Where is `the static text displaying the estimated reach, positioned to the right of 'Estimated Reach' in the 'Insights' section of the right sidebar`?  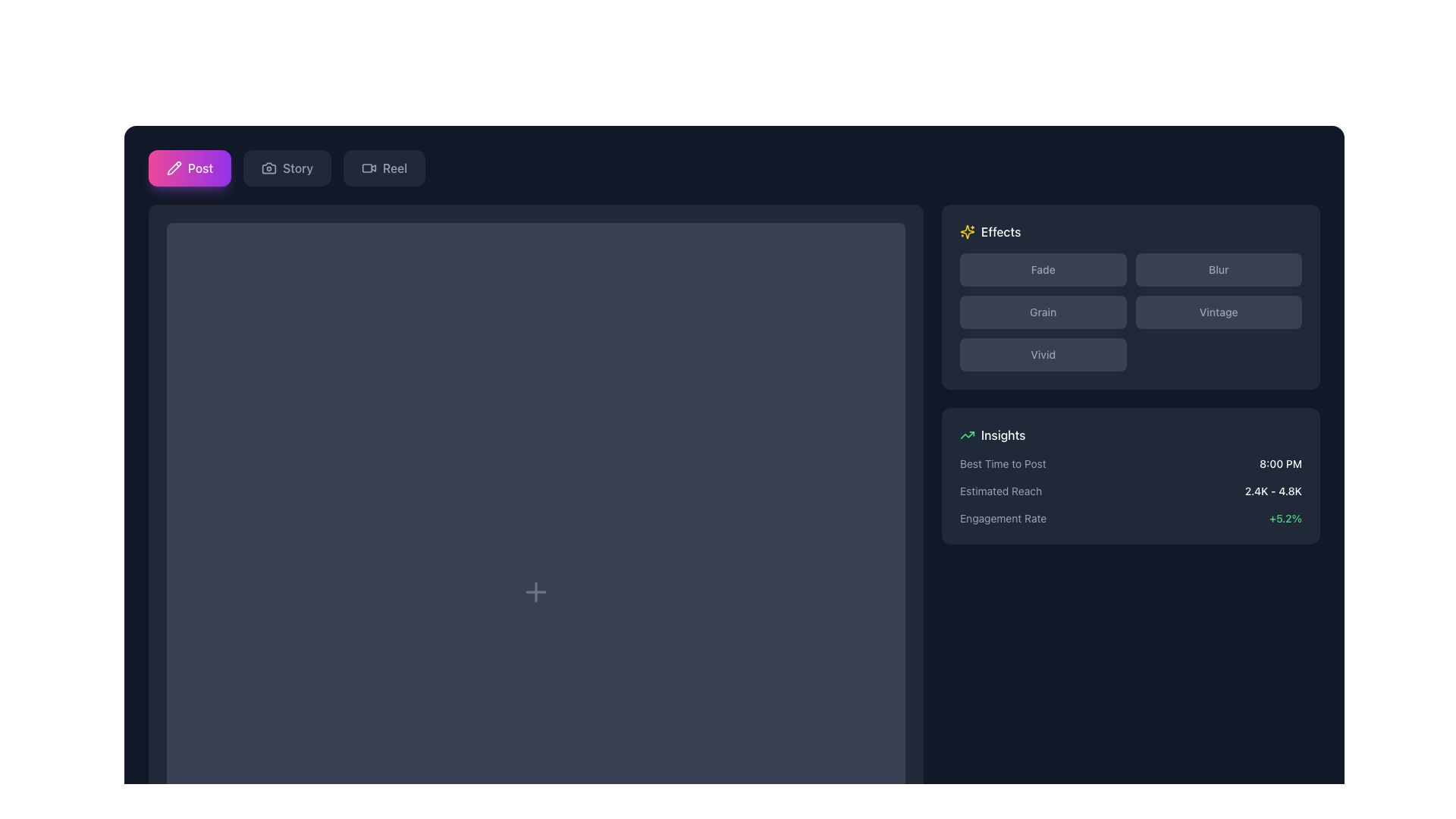
the static text displaying the estimated reach, positioned to the right of 'Estimated Reach' in the 'Insights' section of the right sidebar is located at coordinates (1273, 491).